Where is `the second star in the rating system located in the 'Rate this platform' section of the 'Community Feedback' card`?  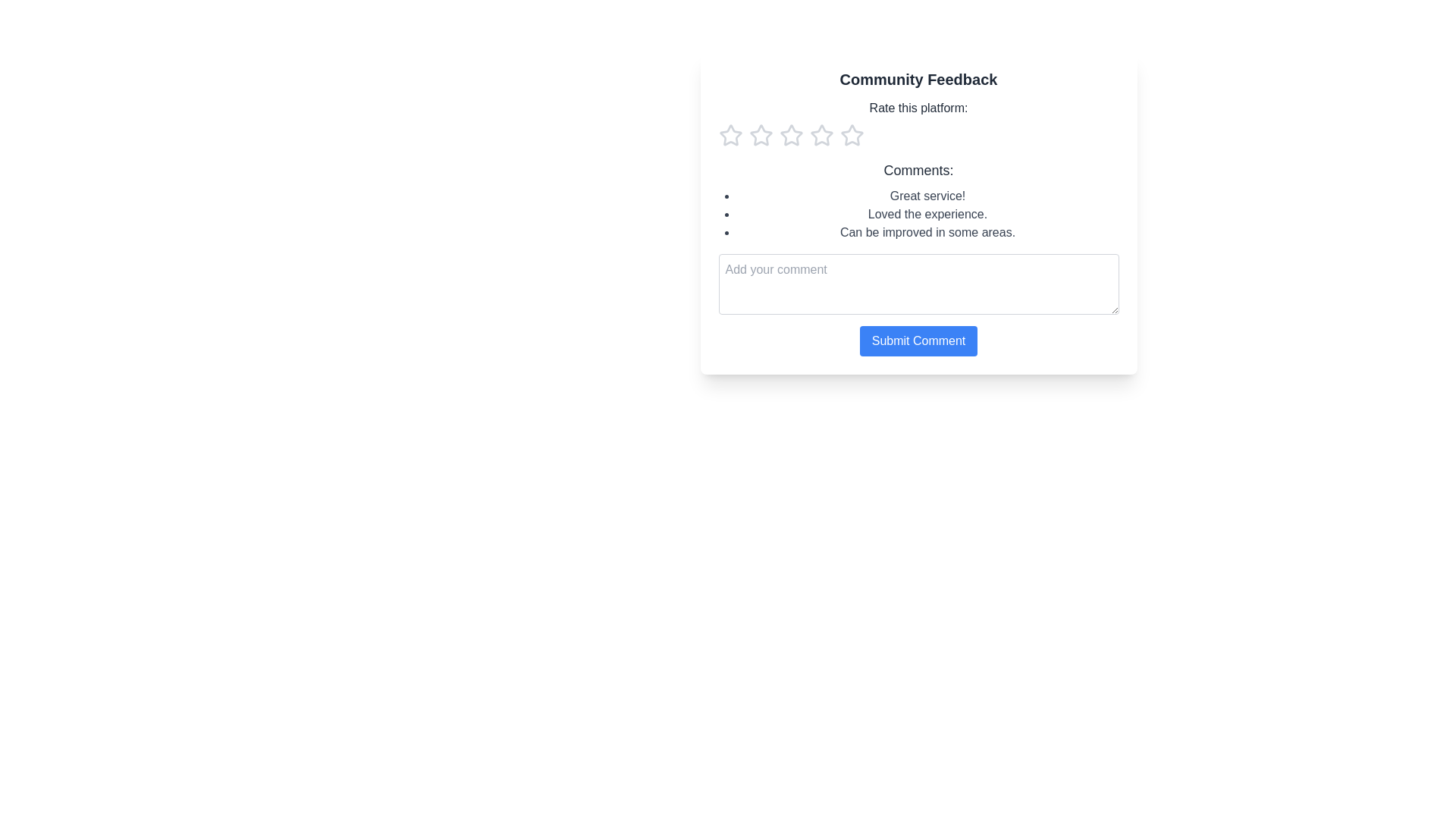 the second star in the rating system located in the 'Rate this platform' section of the 'Community Feedback' card is located at coordinates (790, 134).